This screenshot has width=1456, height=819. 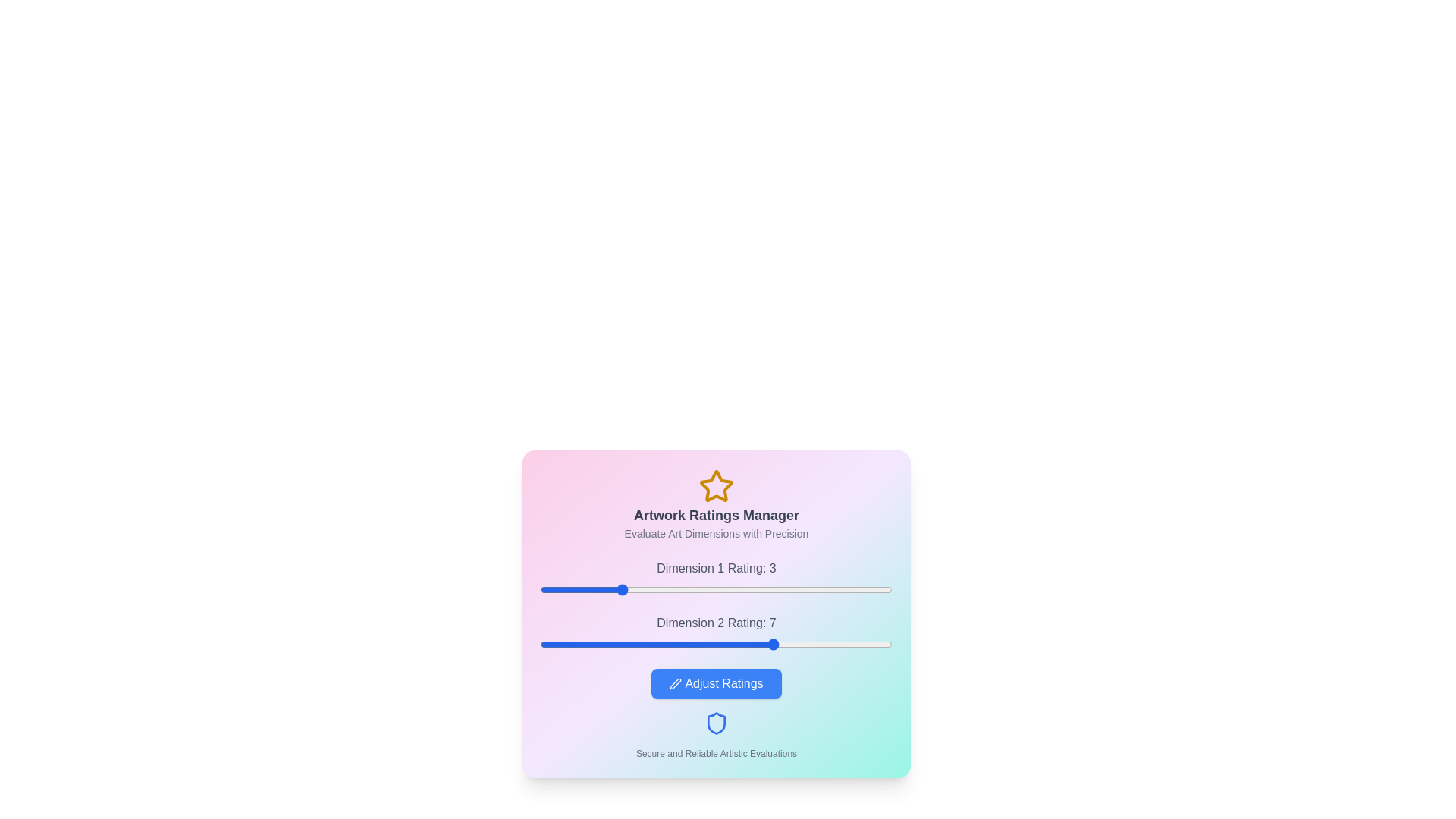 What do you see at coordinates (696, 589) in the screenshot?
I see `the first dimension rating to 5 by moving the slider` at bounding box center [696, 589].